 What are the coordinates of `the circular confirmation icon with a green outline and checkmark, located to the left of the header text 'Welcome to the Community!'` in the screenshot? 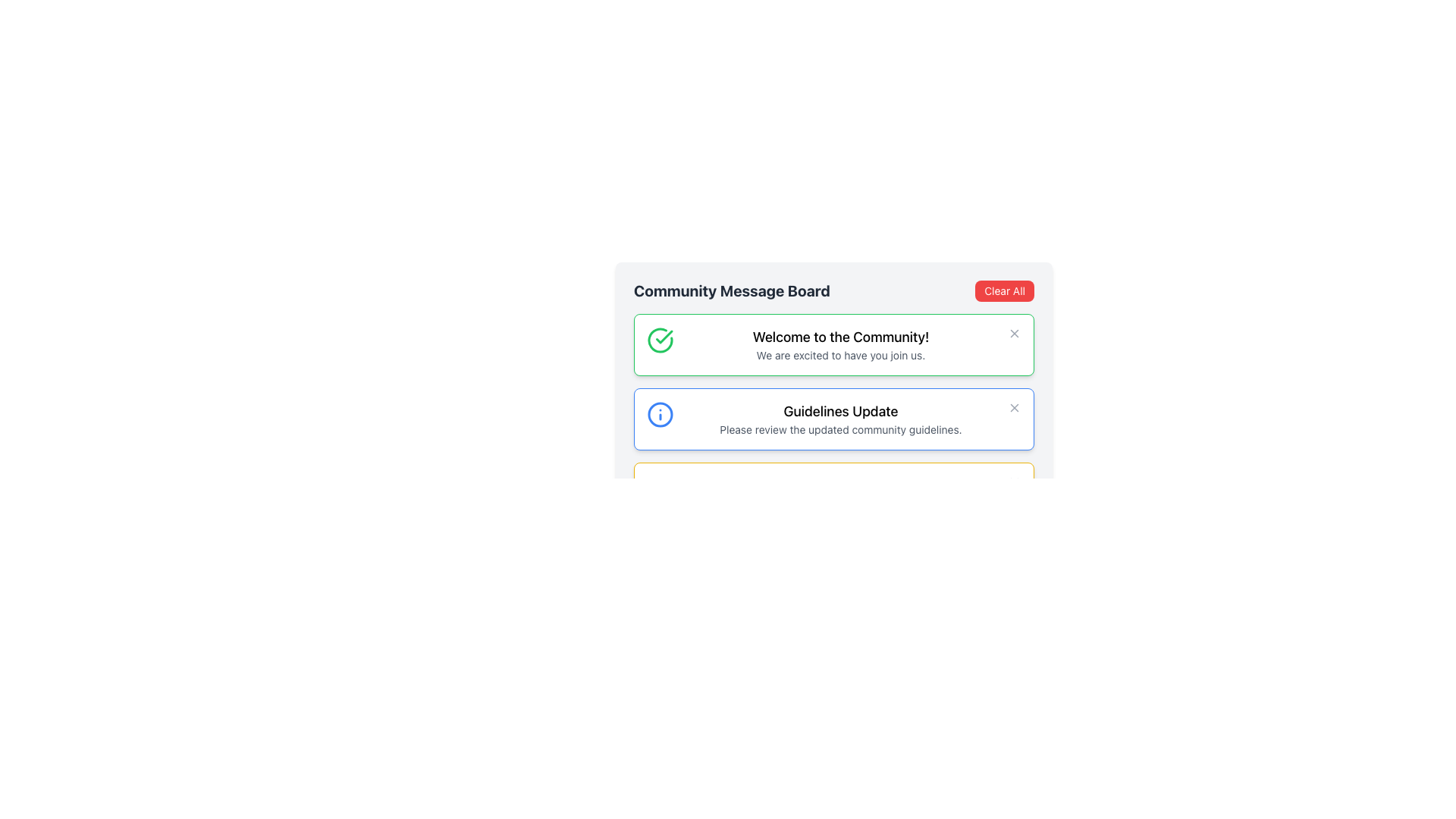 It's located at (660, 339).